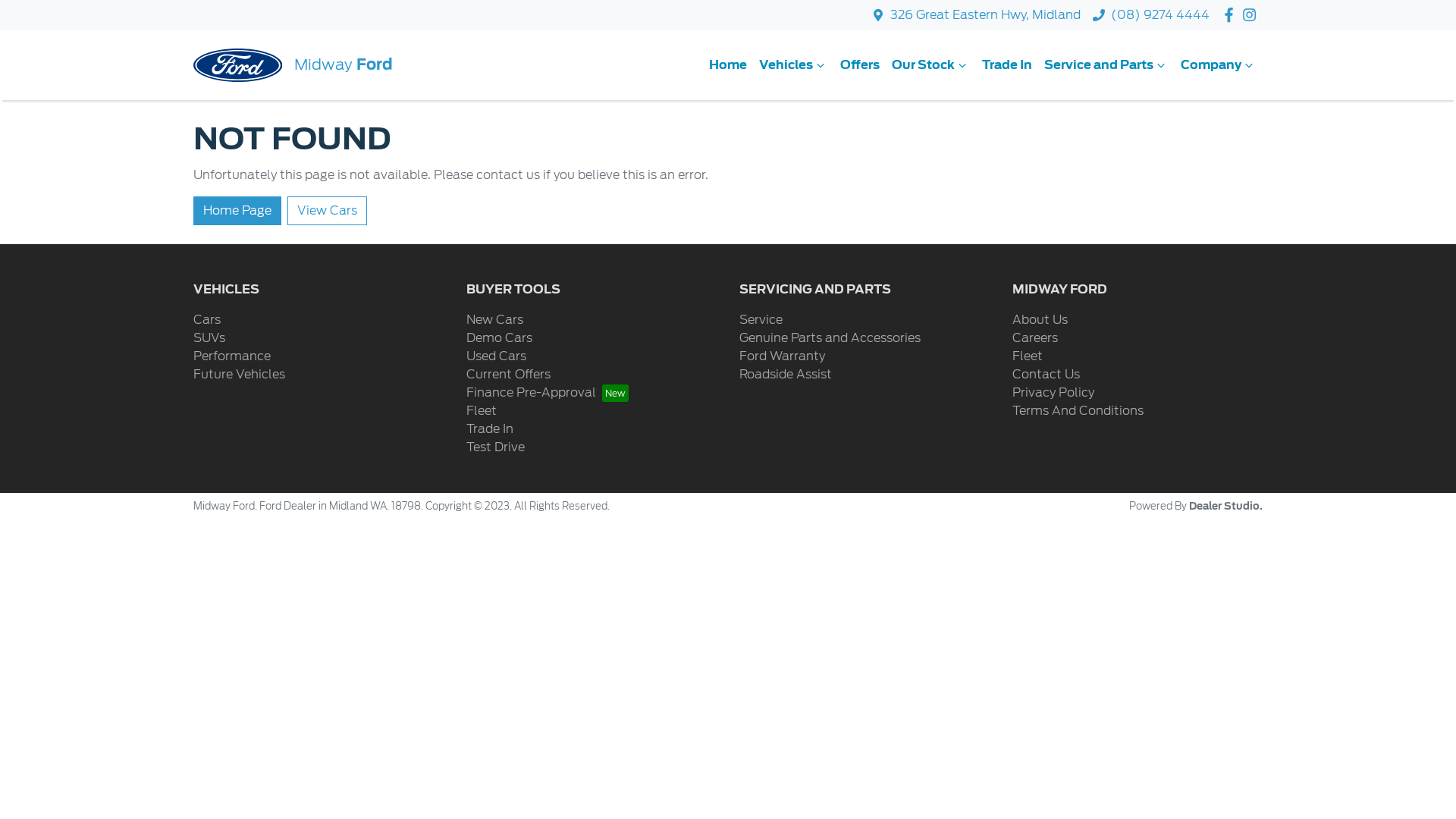 This screenshot has height=819, width=1456. I want to click on 'Our Stock', so click(930, 64).